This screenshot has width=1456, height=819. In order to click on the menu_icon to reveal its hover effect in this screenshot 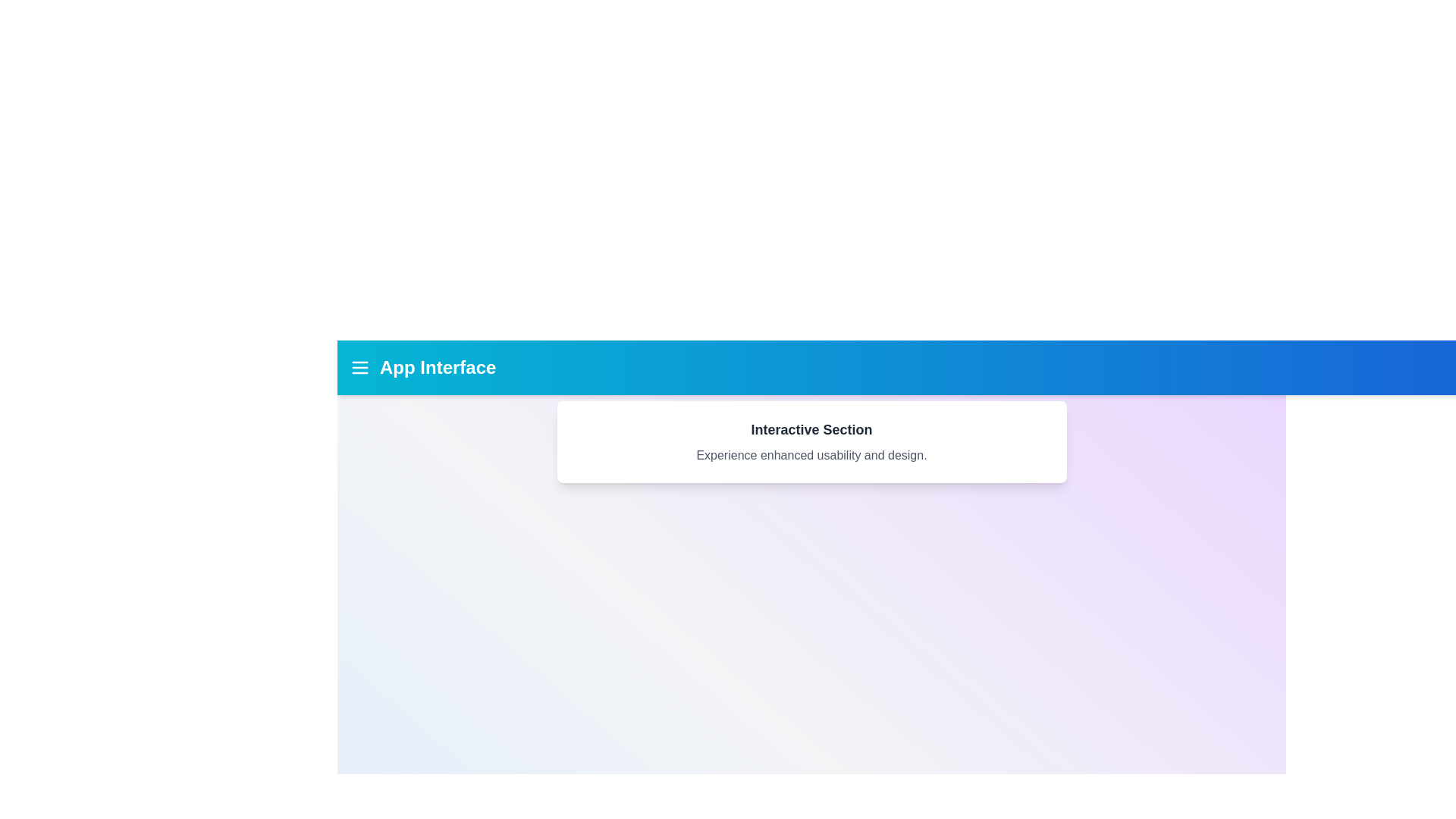, I will do `click(359, 368)`.